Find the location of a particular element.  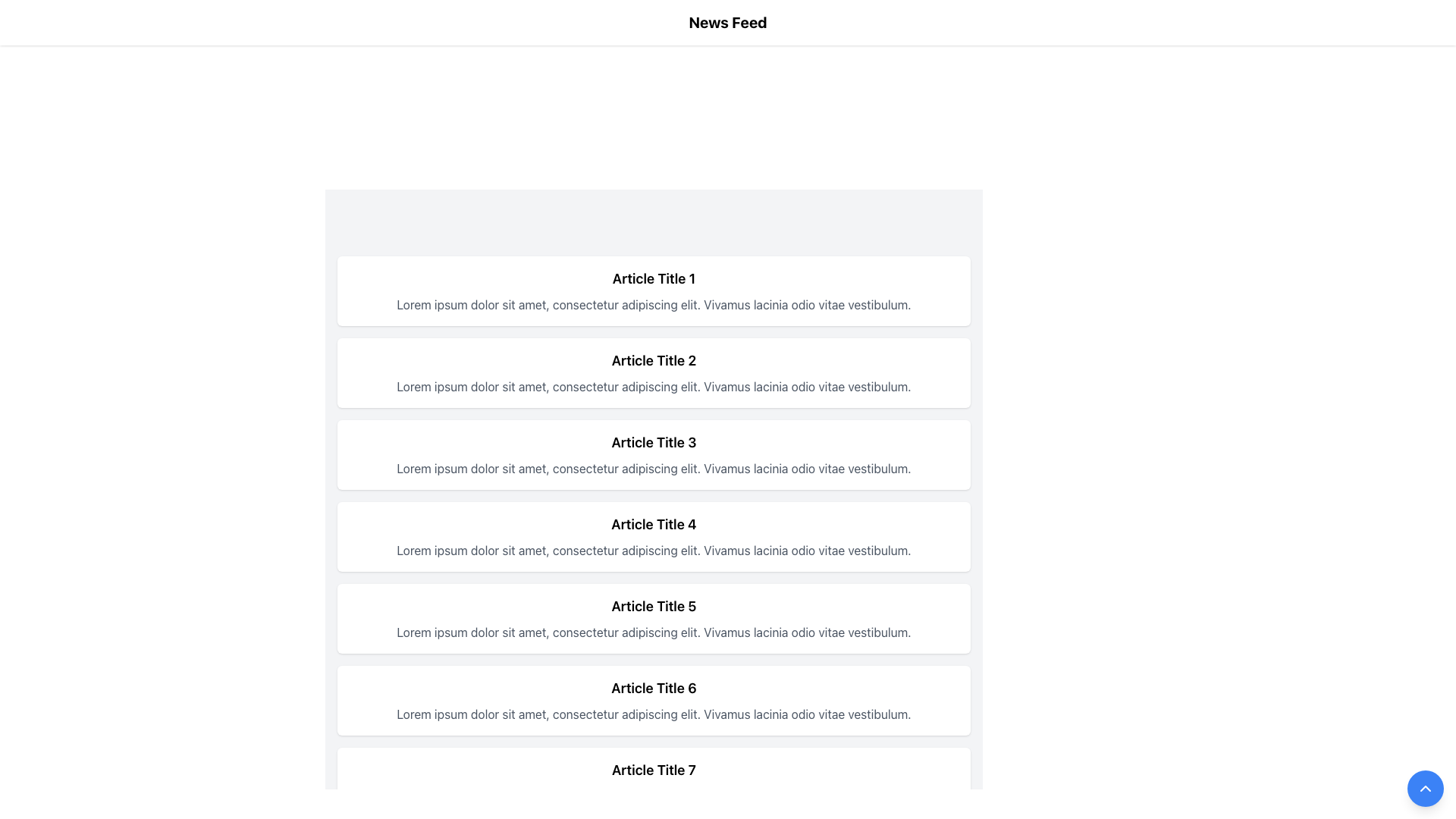

gray text block displayed below the bold title 'Article Title 2' in the card-like structure, which contains placeholder text: 'Lorem ipsum dolor sit amet, consectetur adipiscing elit. Vivamus lacinia odio vitae vestibulum.' is located at coordinates (654, 385).